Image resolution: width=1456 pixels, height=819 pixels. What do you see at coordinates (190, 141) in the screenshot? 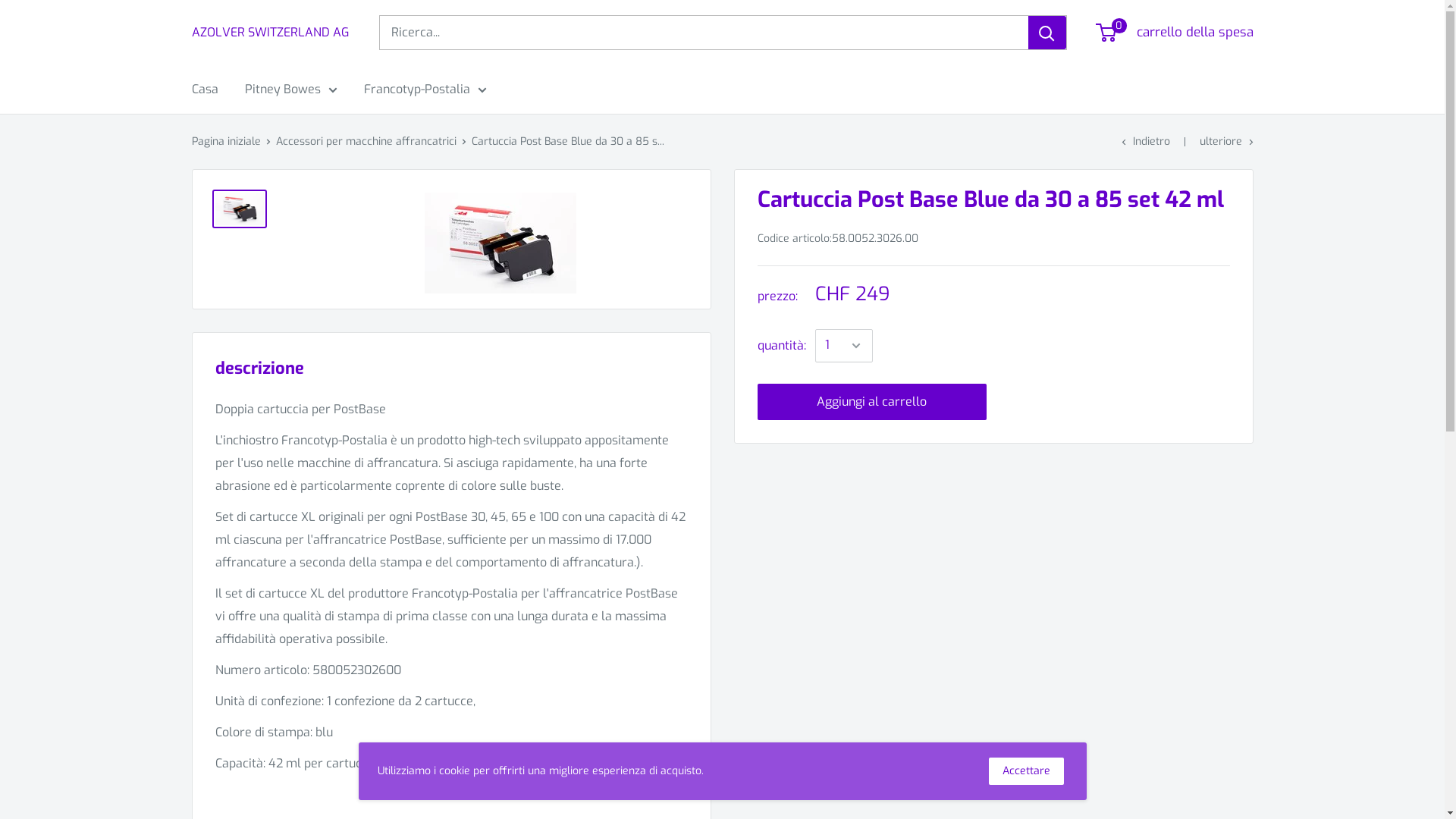
I see `'Pagina iniziale'` at bounding box center [190, 141].